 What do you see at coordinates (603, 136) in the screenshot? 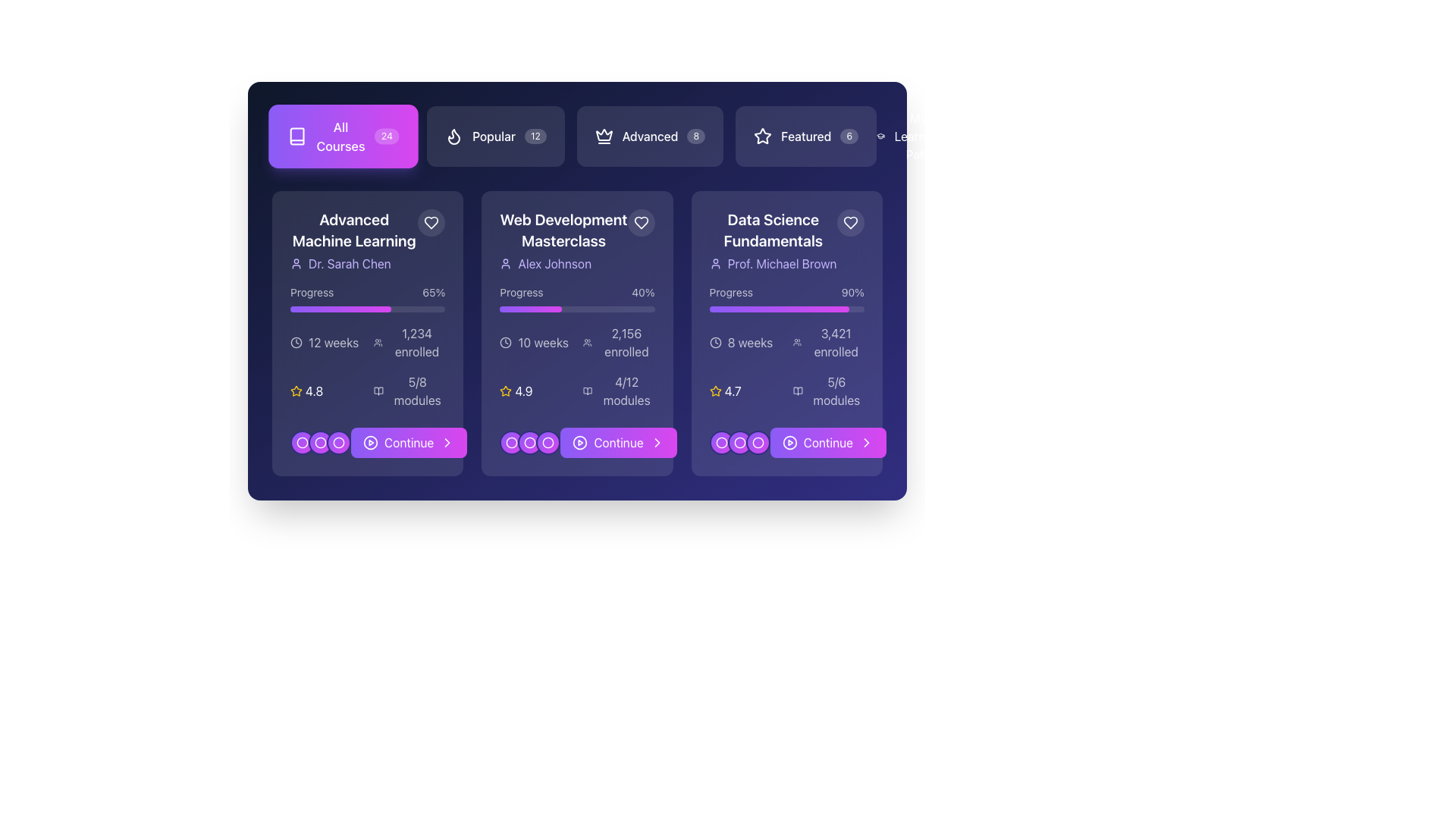
I see `the 'Advanced' category icon located in the top navigation bar, which serves as a visual indicator` at bounding box center [603, 136].